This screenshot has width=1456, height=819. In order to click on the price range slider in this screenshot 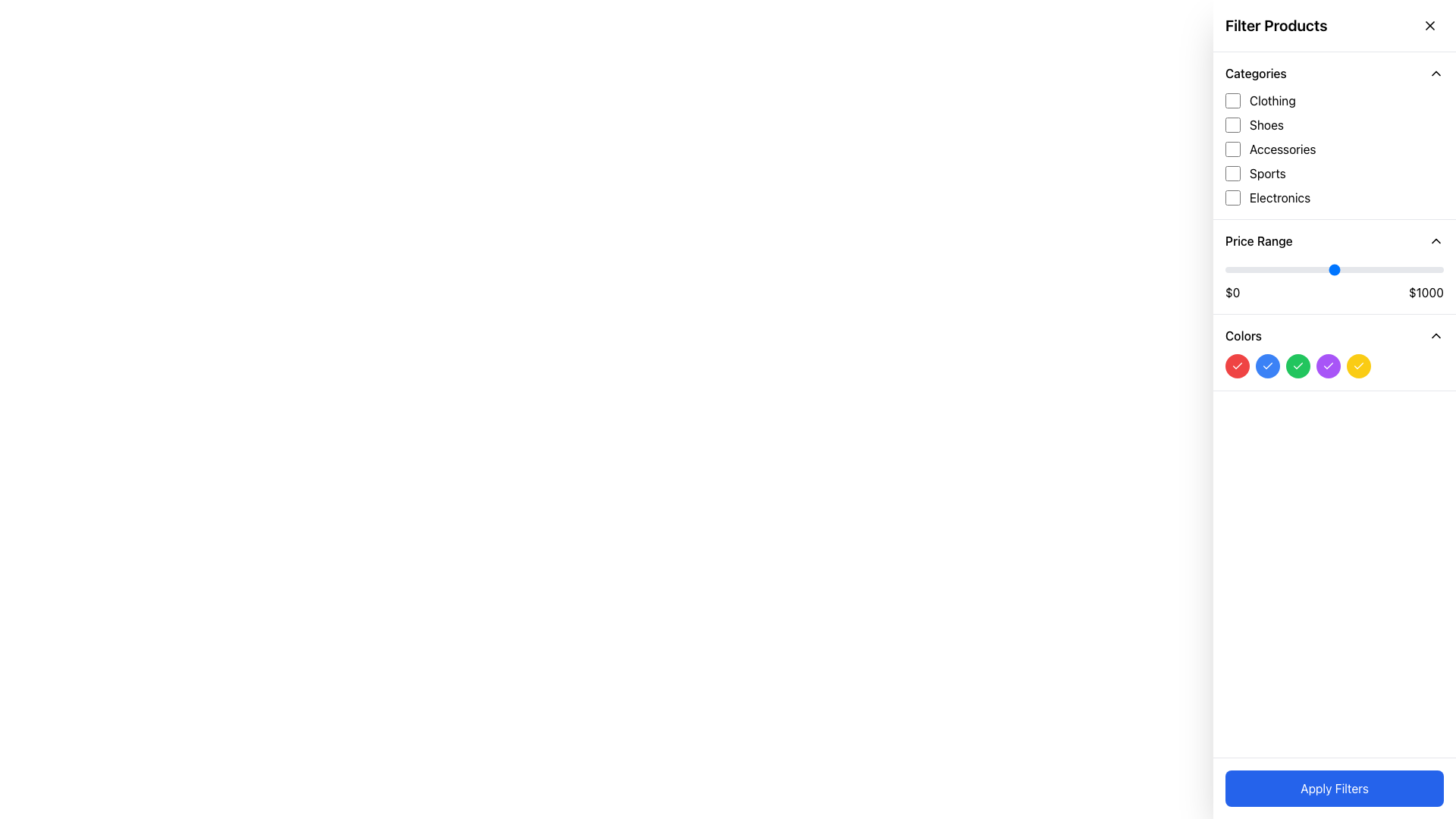, I will do `click(1338, 268)`.